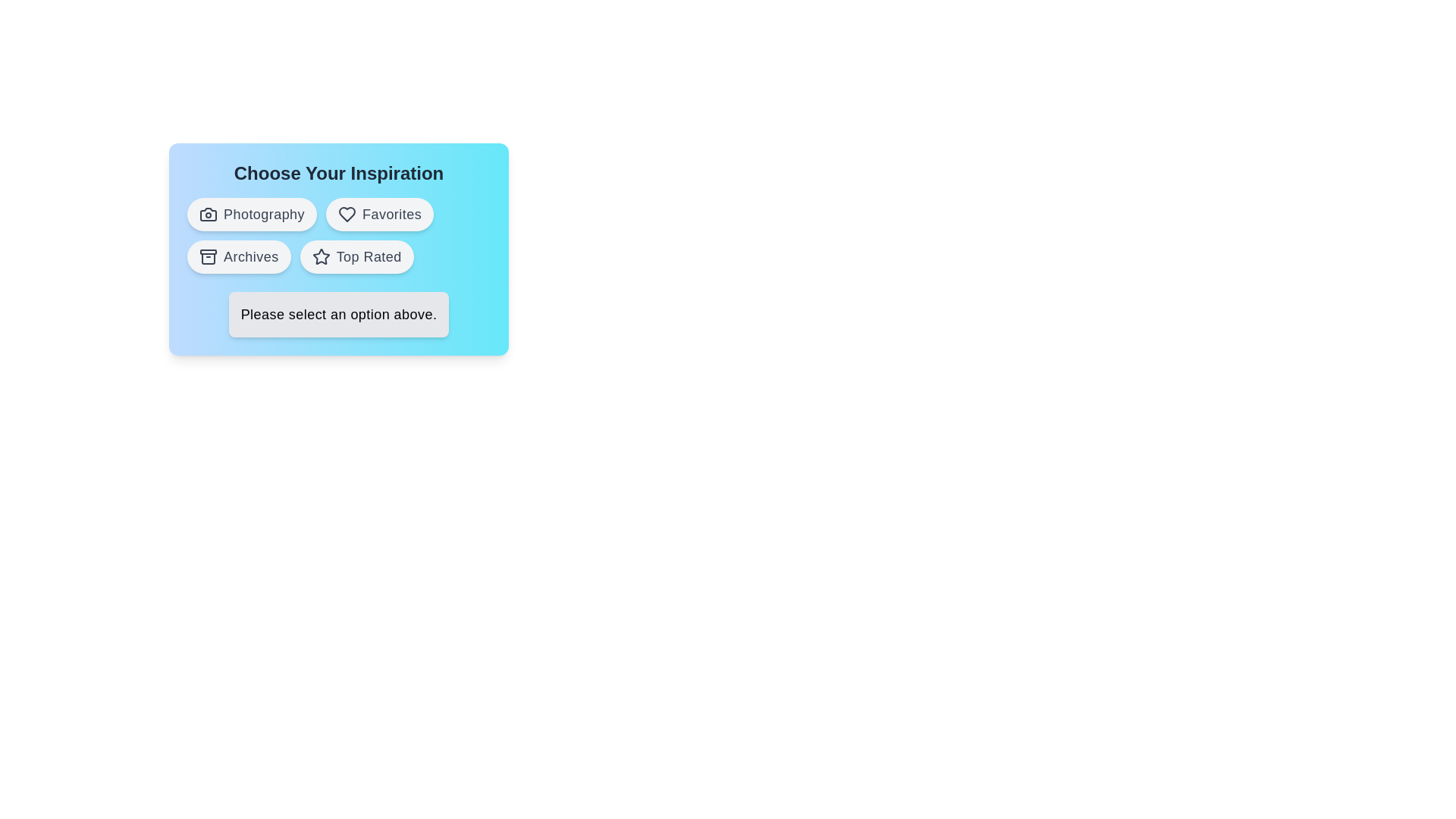  Describe the element at coordinates (264, 214) in the screenshot. I see `the 'Photography' button with a camera icon, which is the first button in a group of four` at that location.